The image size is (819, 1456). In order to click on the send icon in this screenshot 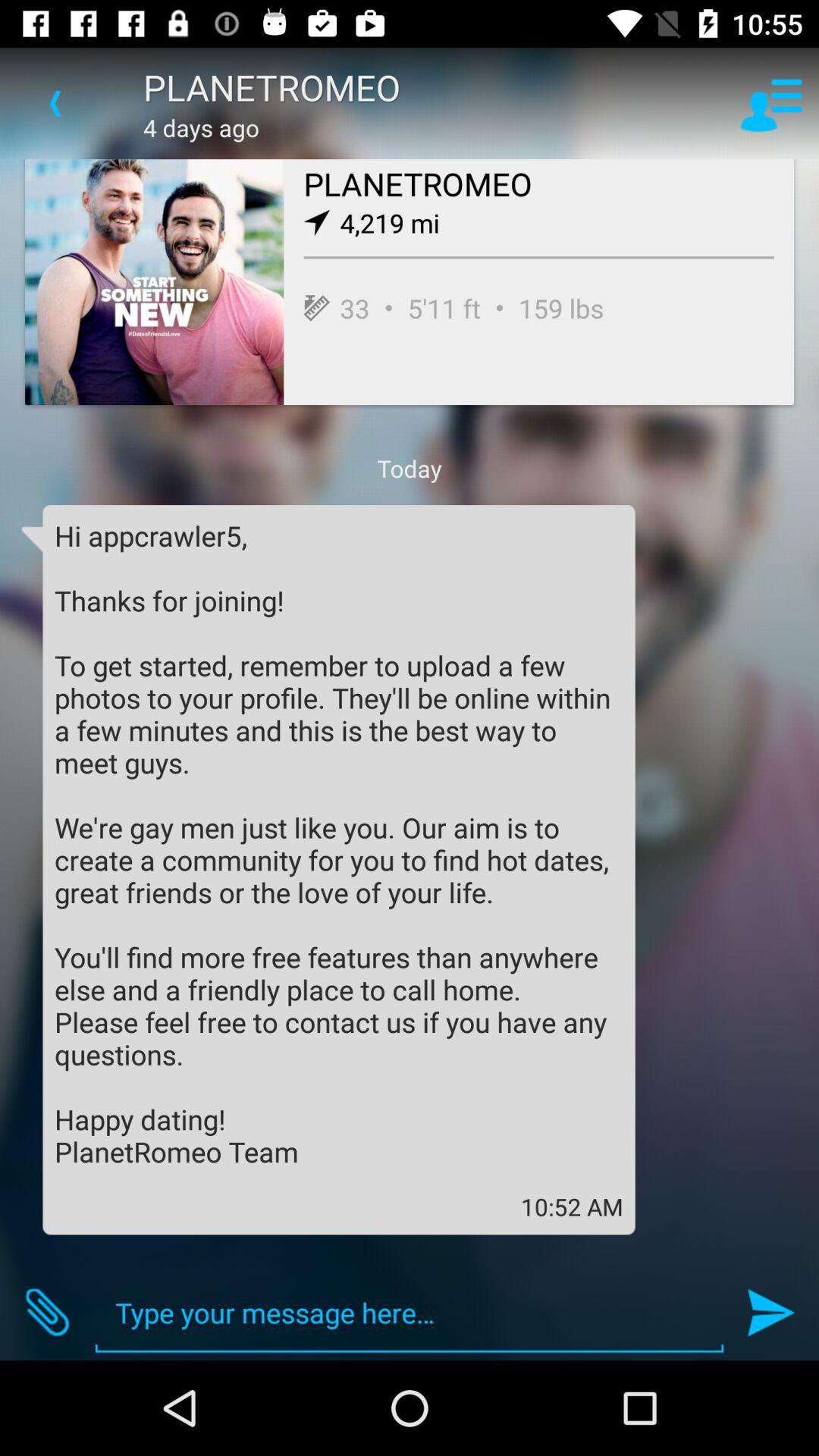, I will do `click(771, 1312)`.